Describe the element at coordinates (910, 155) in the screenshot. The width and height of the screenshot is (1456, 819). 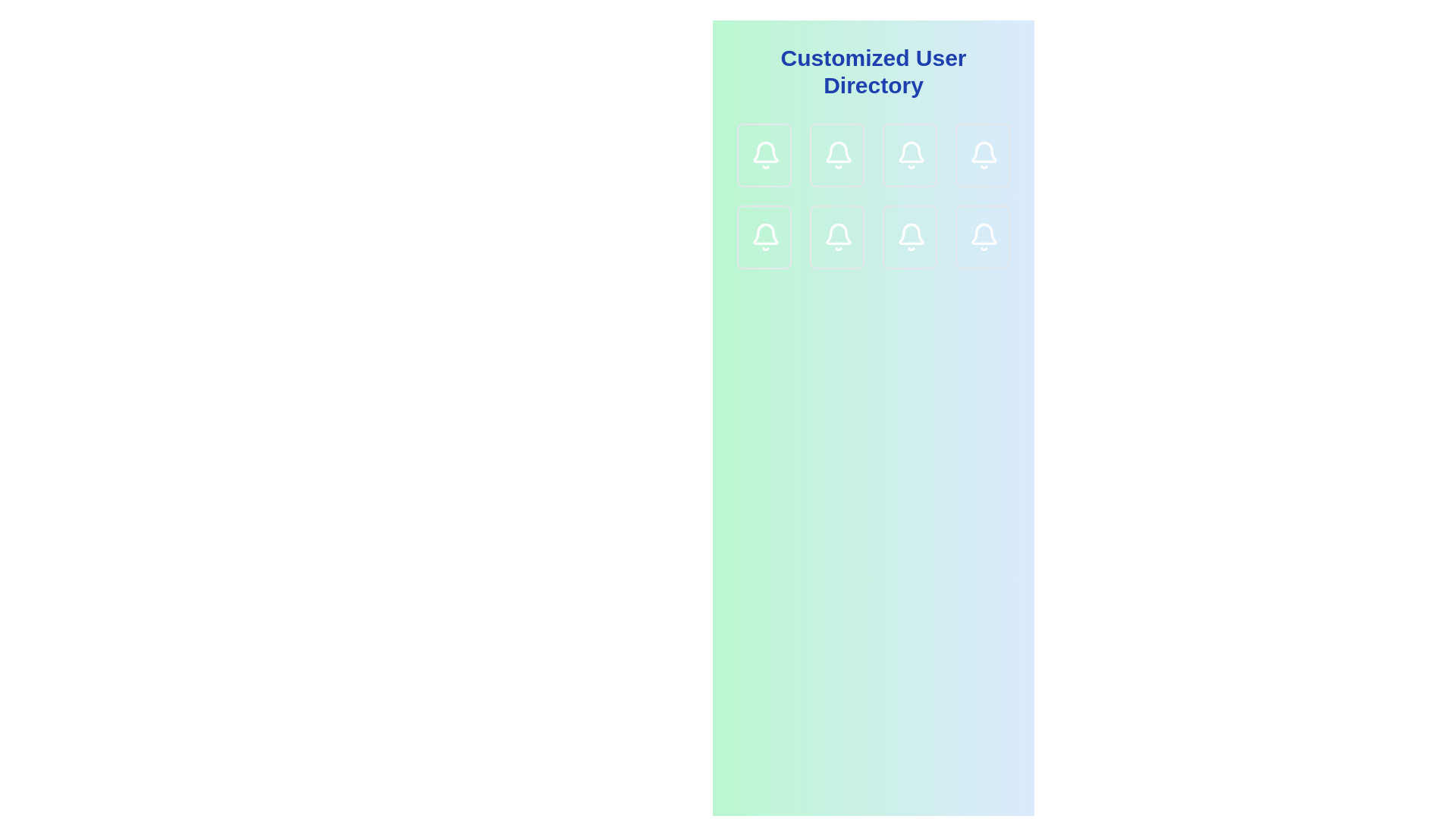
I see `the bell icon button in the top row, third column` at that location.